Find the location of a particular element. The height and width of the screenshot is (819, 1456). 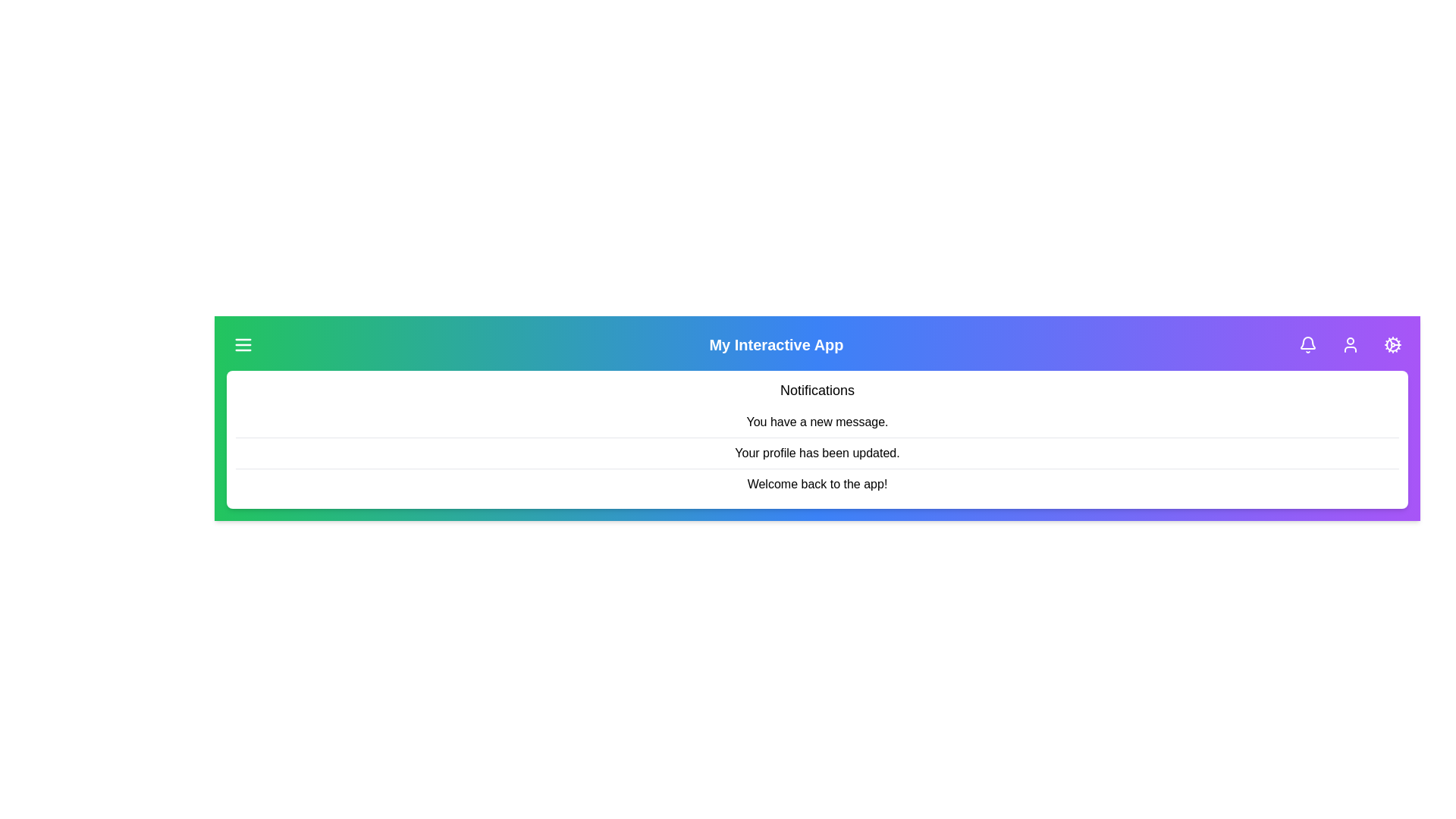

the bell icon to toggle the notification panel visibility is located at coordinates (1307, 345).